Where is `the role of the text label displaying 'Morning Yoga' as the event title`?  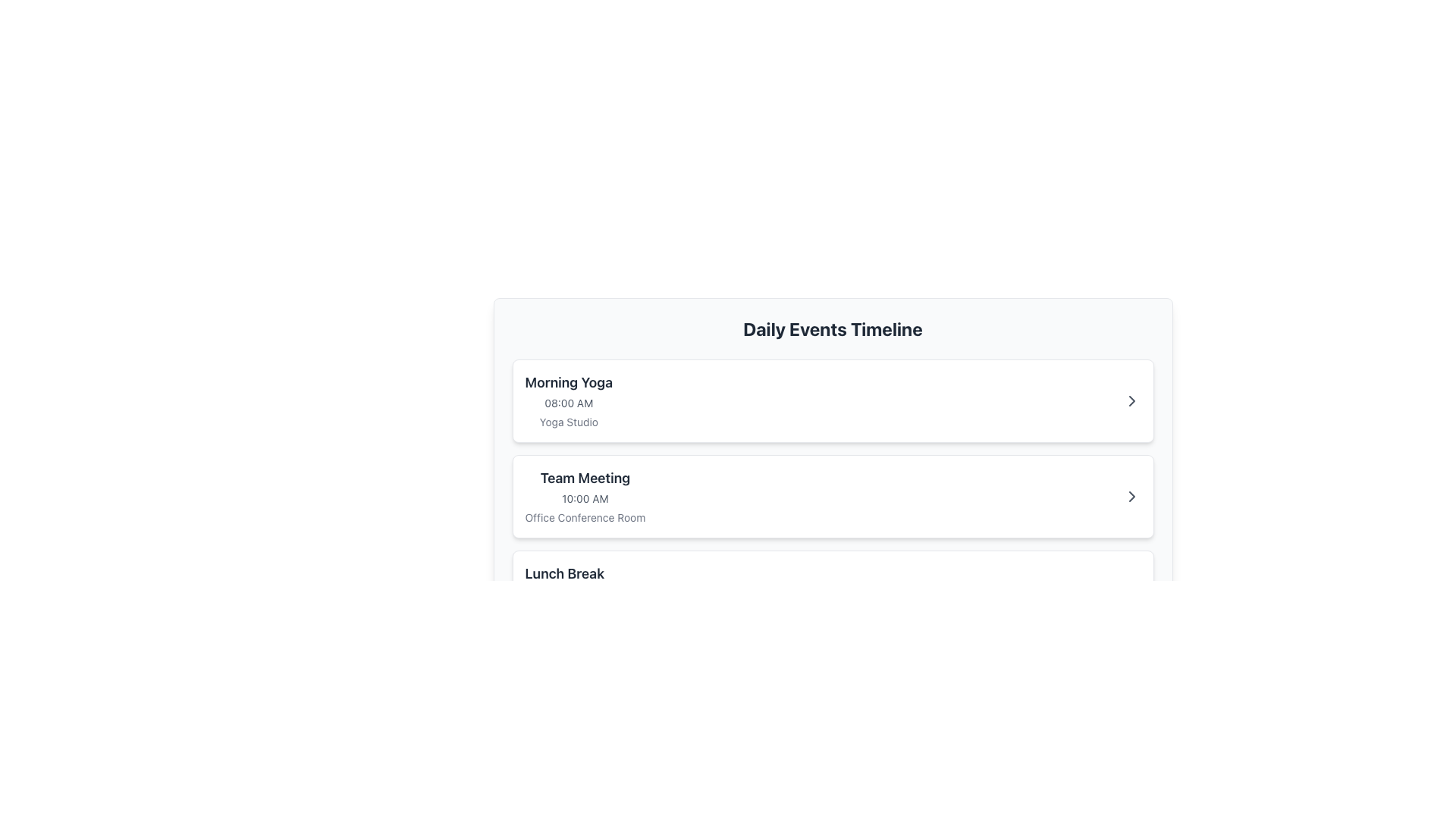
the role of the text label displaying 'Morning Yoga' as the event title is located at coordinates (568, 382).